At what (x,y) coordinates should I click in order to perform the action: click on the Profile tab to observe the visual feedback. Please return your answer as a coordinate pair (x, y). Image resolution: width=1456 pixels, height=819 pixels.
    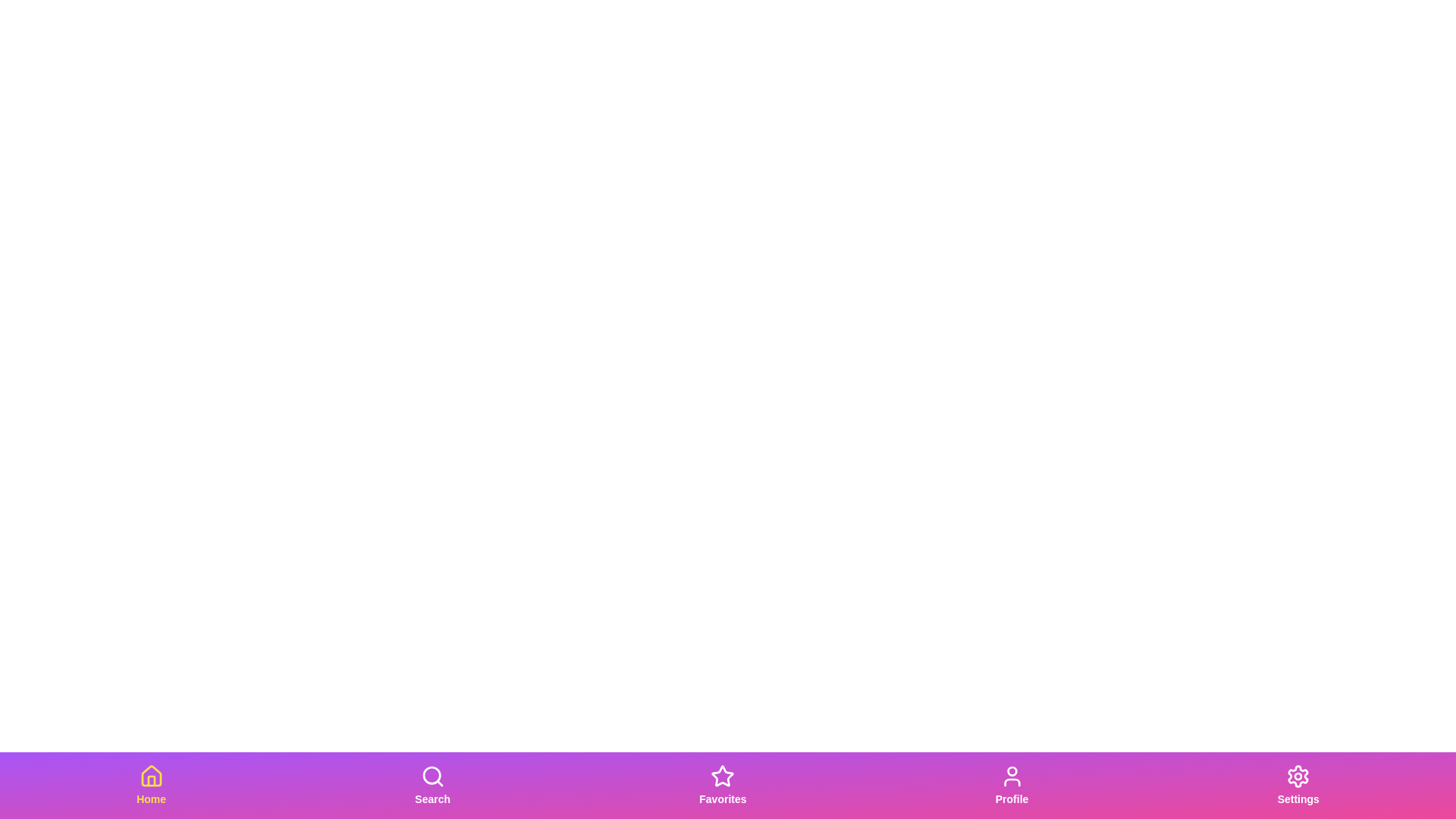
    Looking at the image, I should click on (1012, 785).